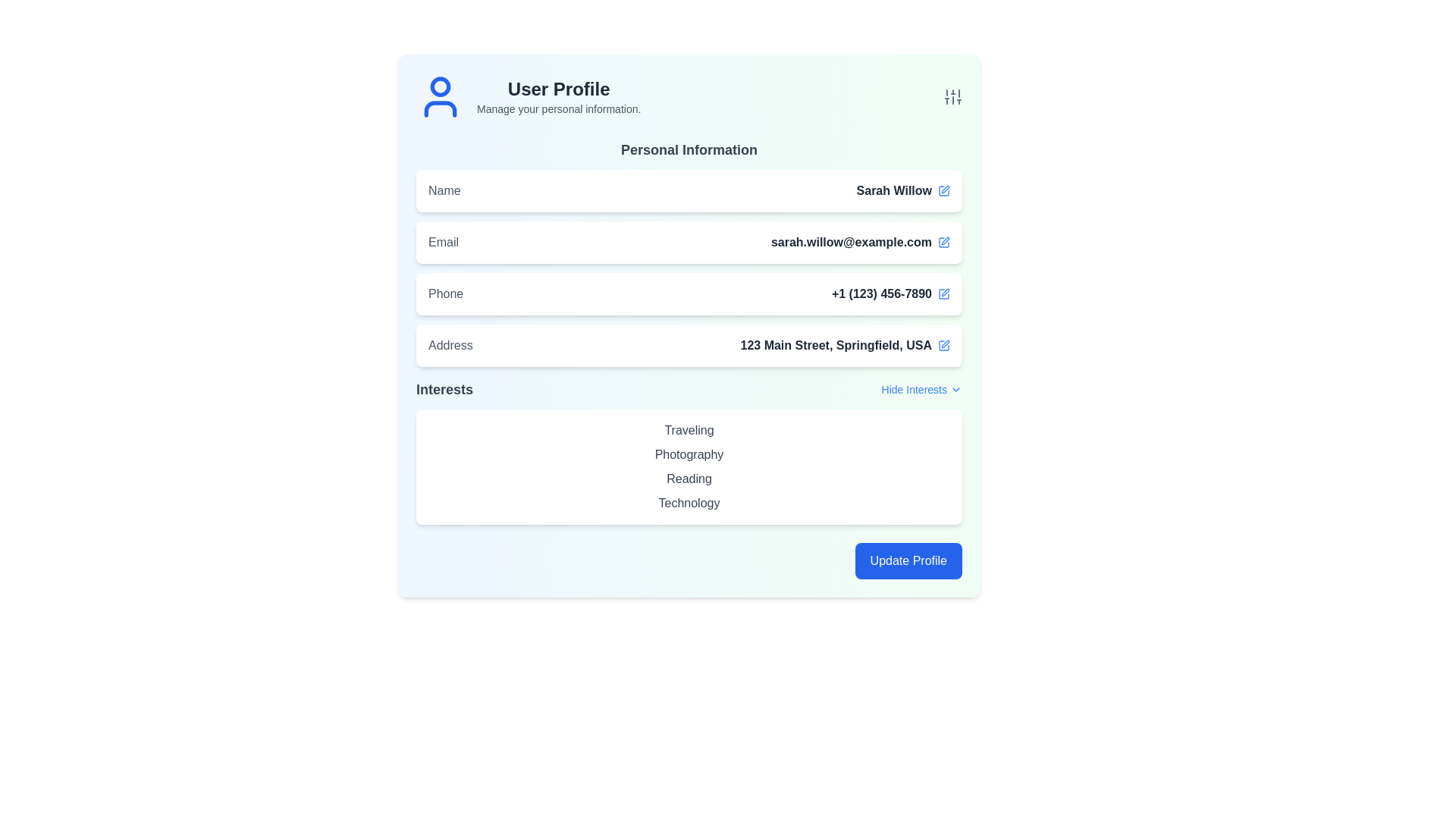 The width and height of the screenshot is (1456, 819). Describe the element at coordinates (439, 96) in the screenshot. I see `the user avatar icon, which is an SVG representation with a blue outline, located to the left of the 'User Profile' title in the top-left section of the profile interface` at that location.